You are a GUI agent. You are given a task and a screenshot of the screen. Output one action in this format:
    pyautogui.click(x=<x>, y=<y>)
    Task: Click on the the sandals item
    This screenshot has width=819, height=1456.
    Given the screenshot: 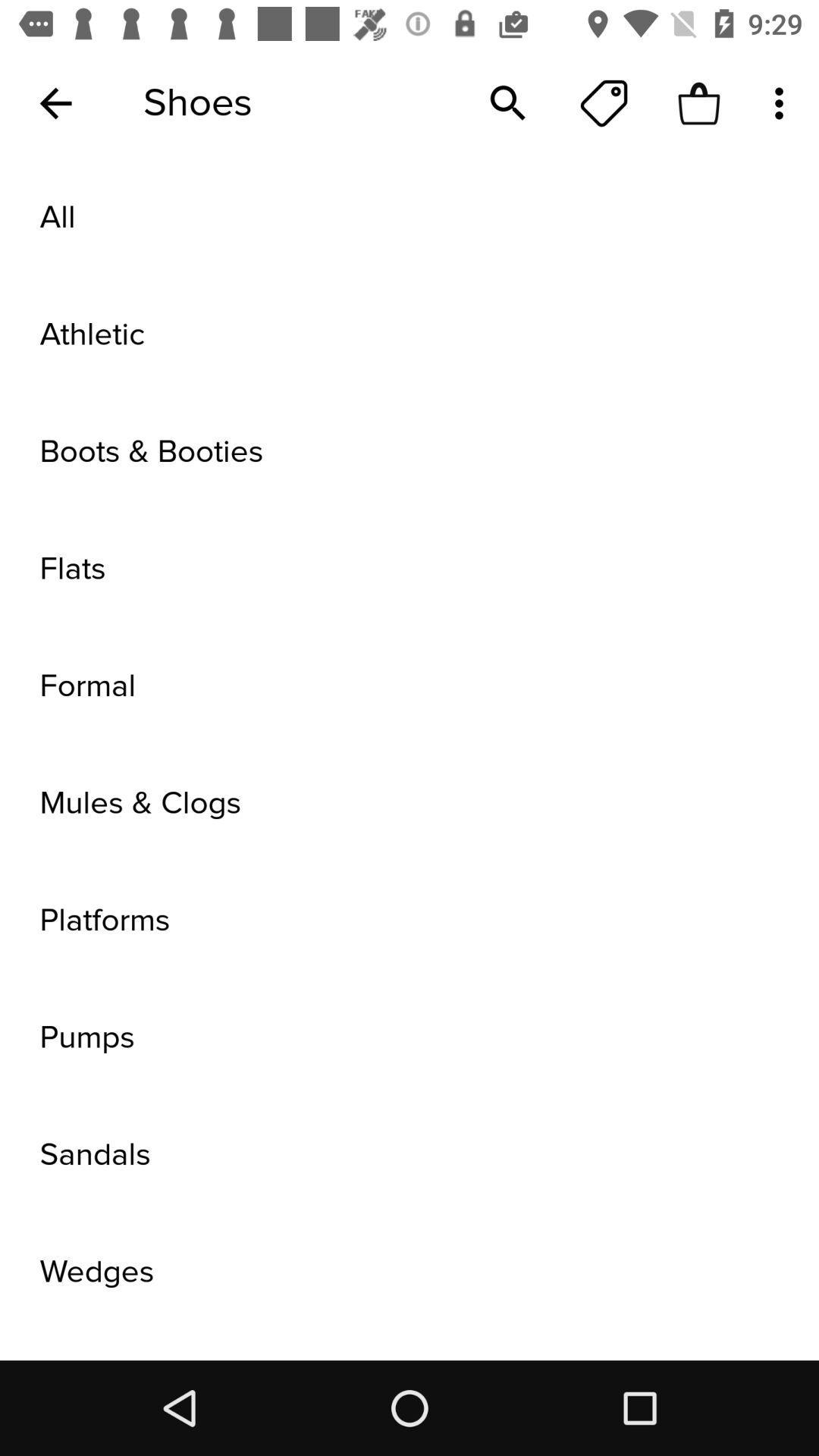 What is the action you would take?
    pyautogui.click(x=409, y=1154)
    